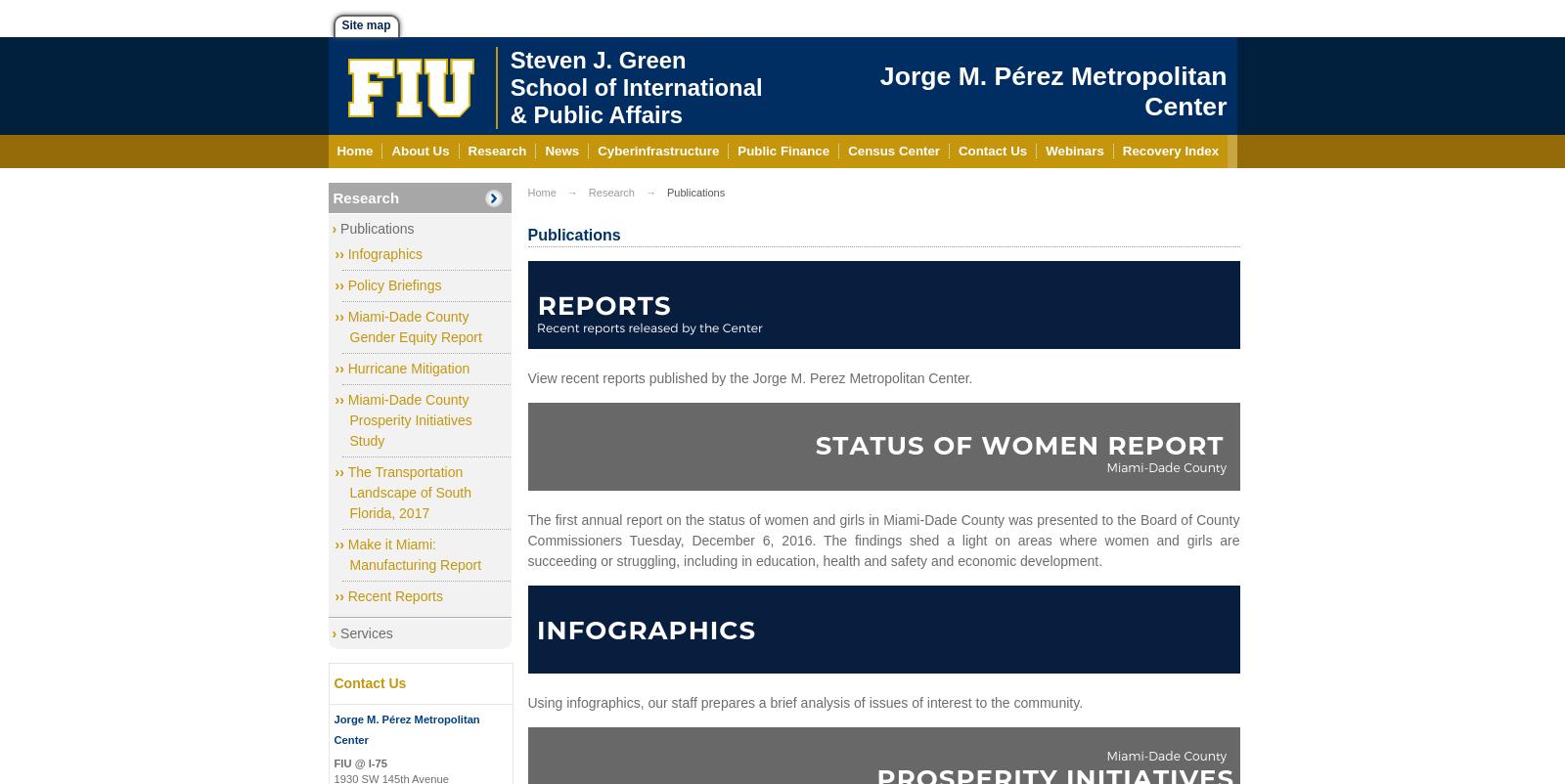 This screenshot has height=784, width=1565. I want to click on 'The Transportation Landscape of South Florida, 2017', so click(408, 492).